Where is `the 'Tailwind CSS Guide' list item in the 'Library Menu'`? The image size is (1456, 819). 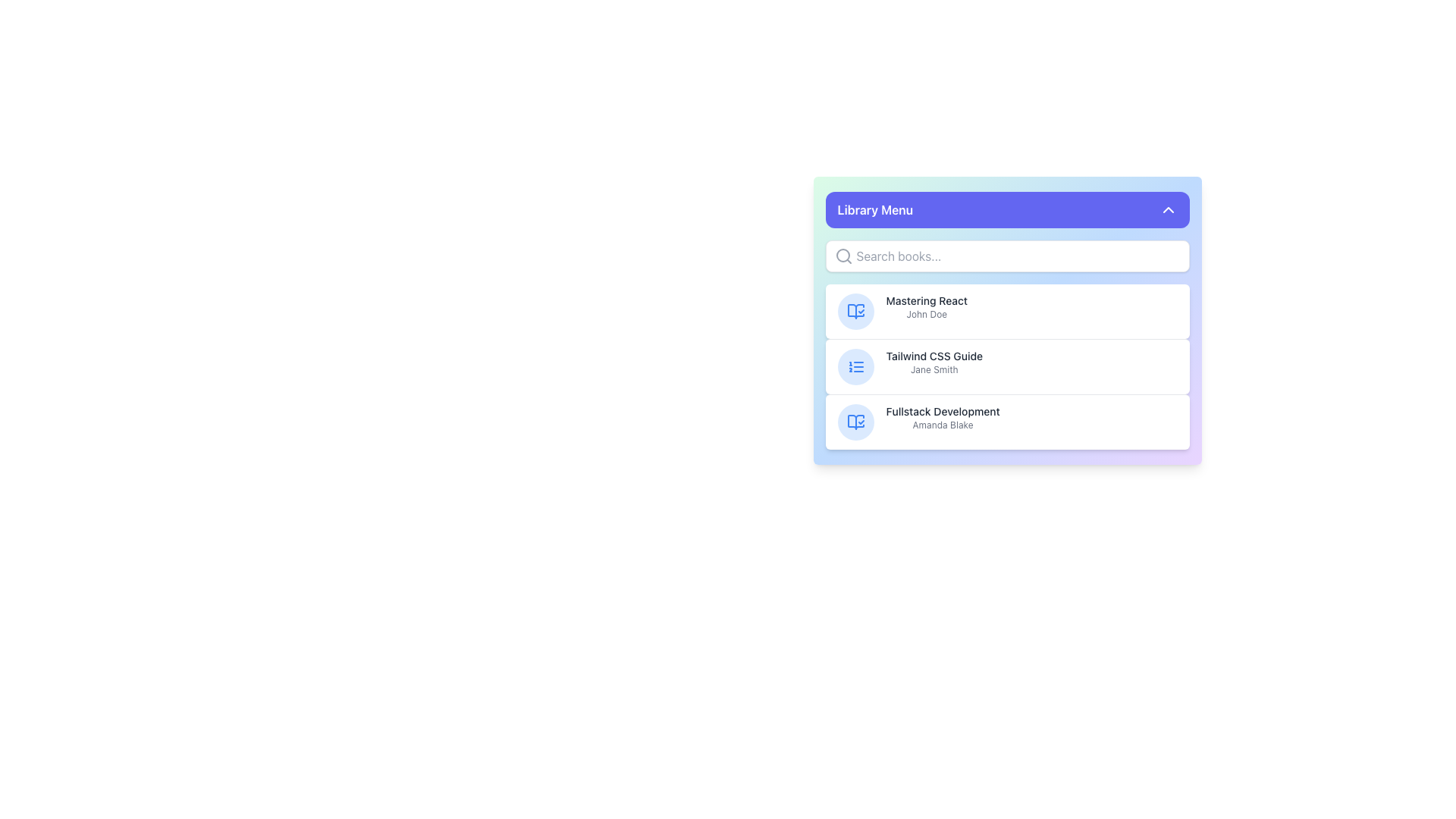 the 'Tailwind CSS Guide' list item in the 'Library Menu' is located at coordinates (1007, 366).